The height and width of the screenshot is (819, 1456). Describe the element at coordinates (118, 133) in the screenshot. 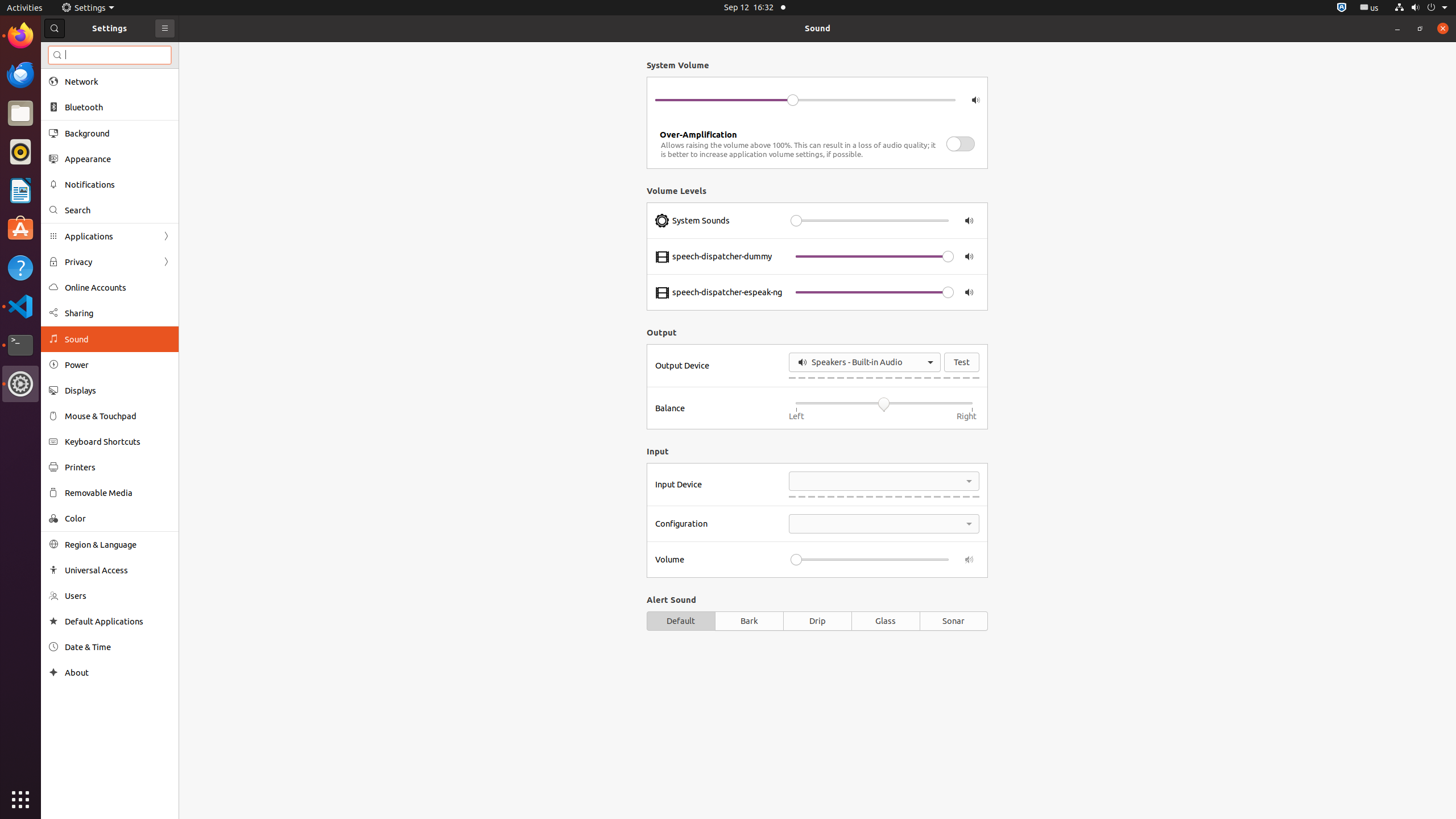

I see `'Background'` at that location.